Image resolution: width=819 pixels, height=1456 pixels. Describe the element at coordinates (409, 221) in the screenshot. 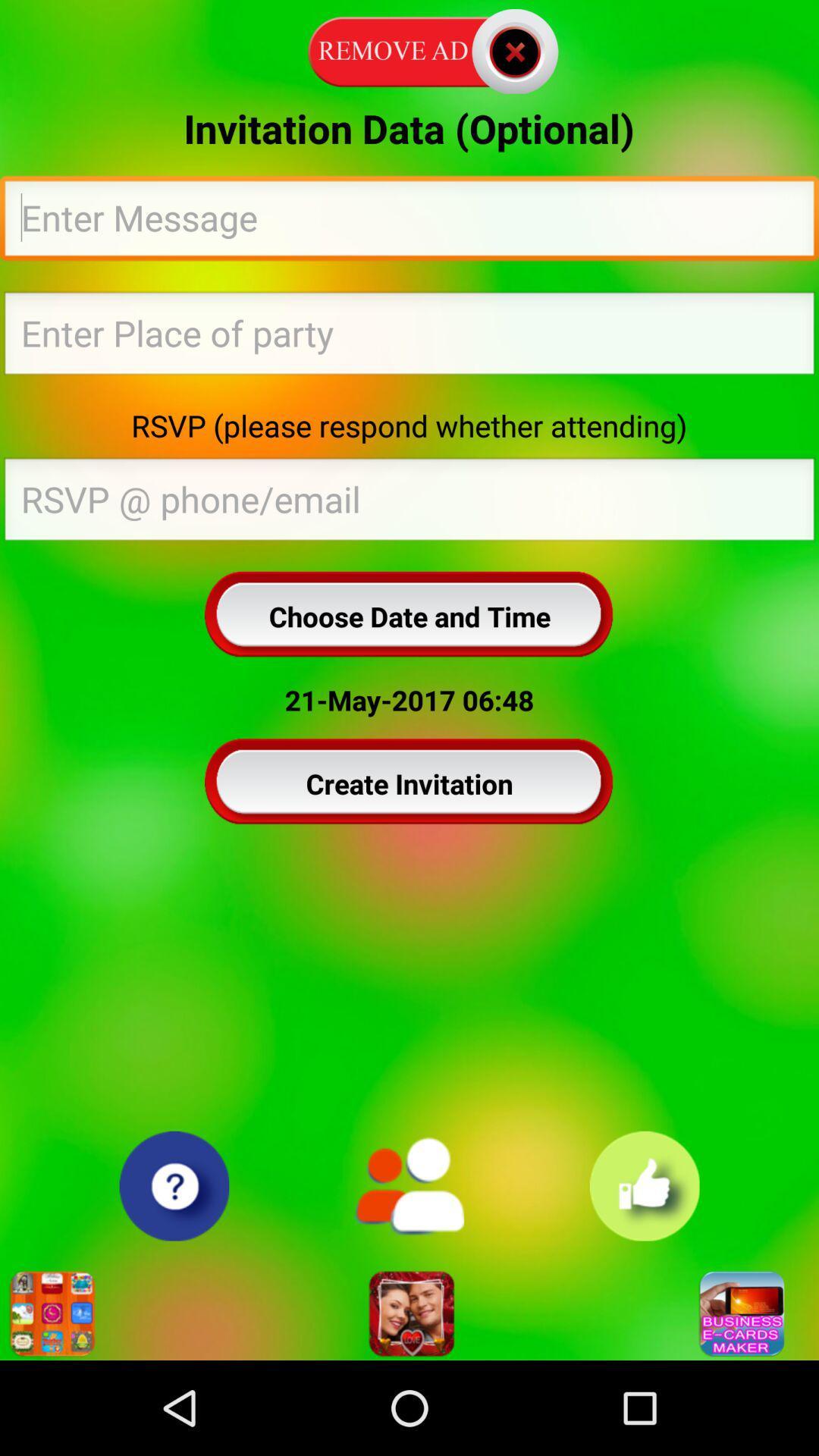

I see `item below the invitation data (optional) app` at that location.